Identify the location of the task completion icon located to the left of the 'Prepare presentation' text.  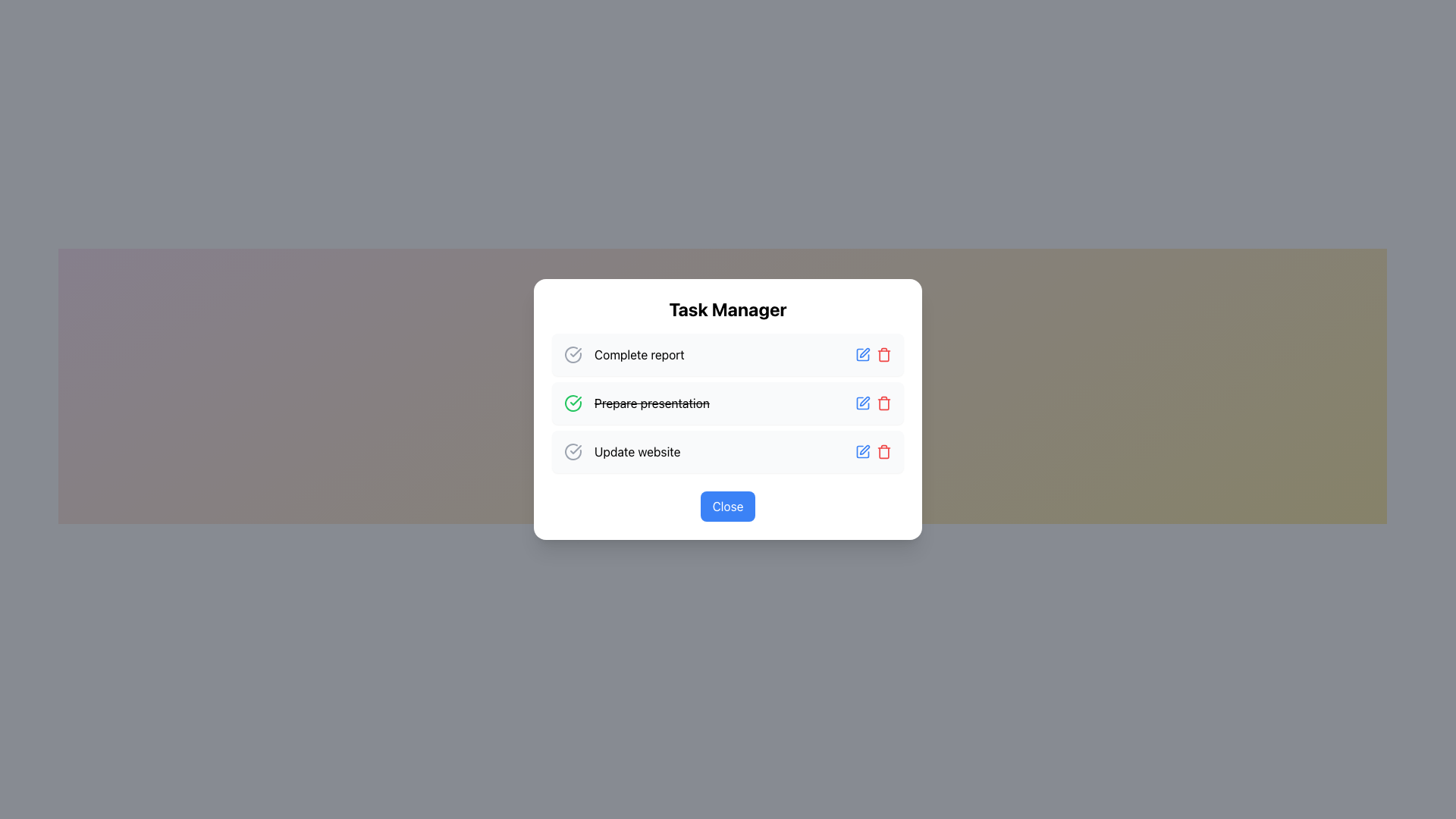
(572, 403).